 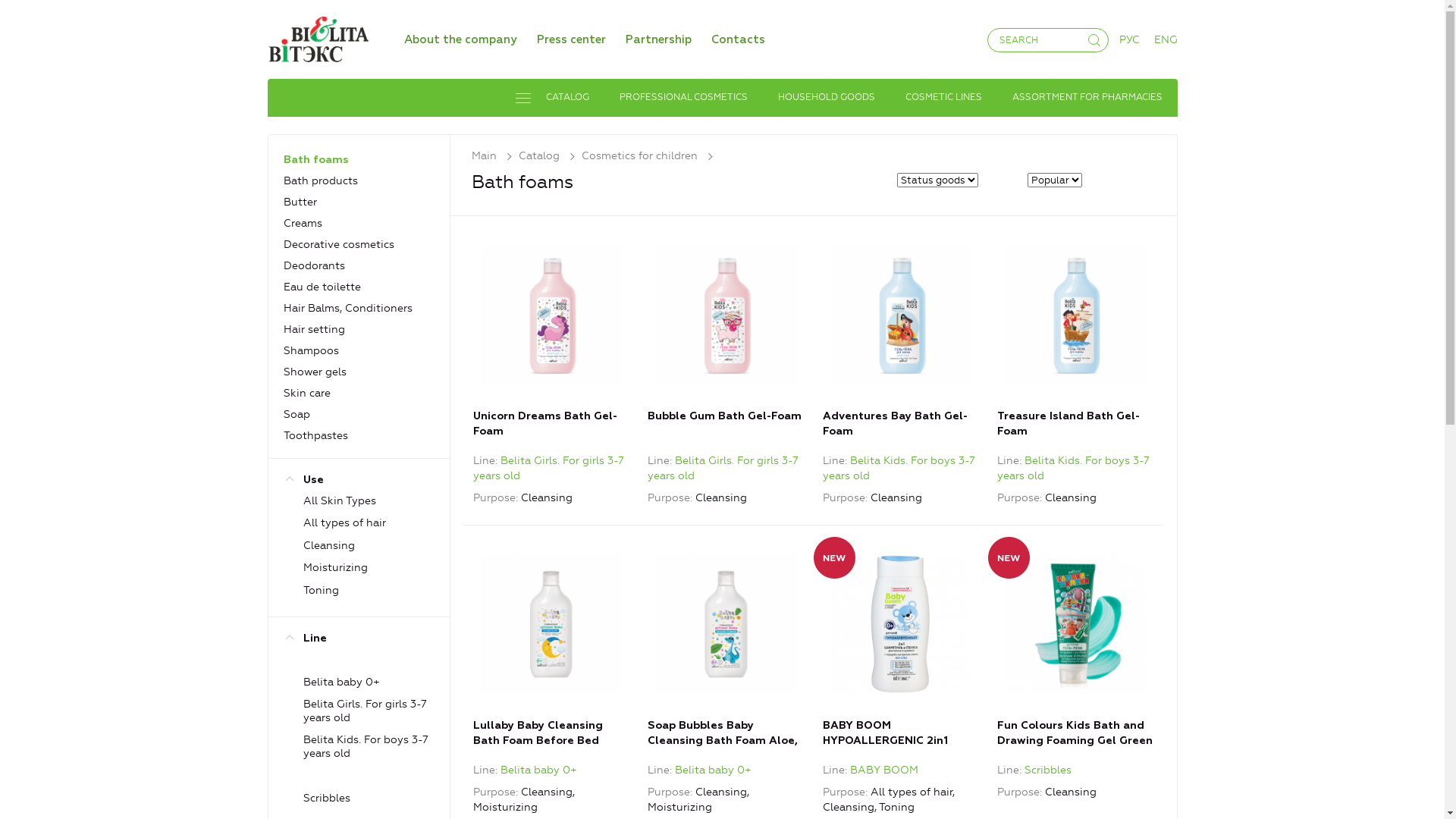 I want to click on 'CATALOG', so click(x=551, y=97).